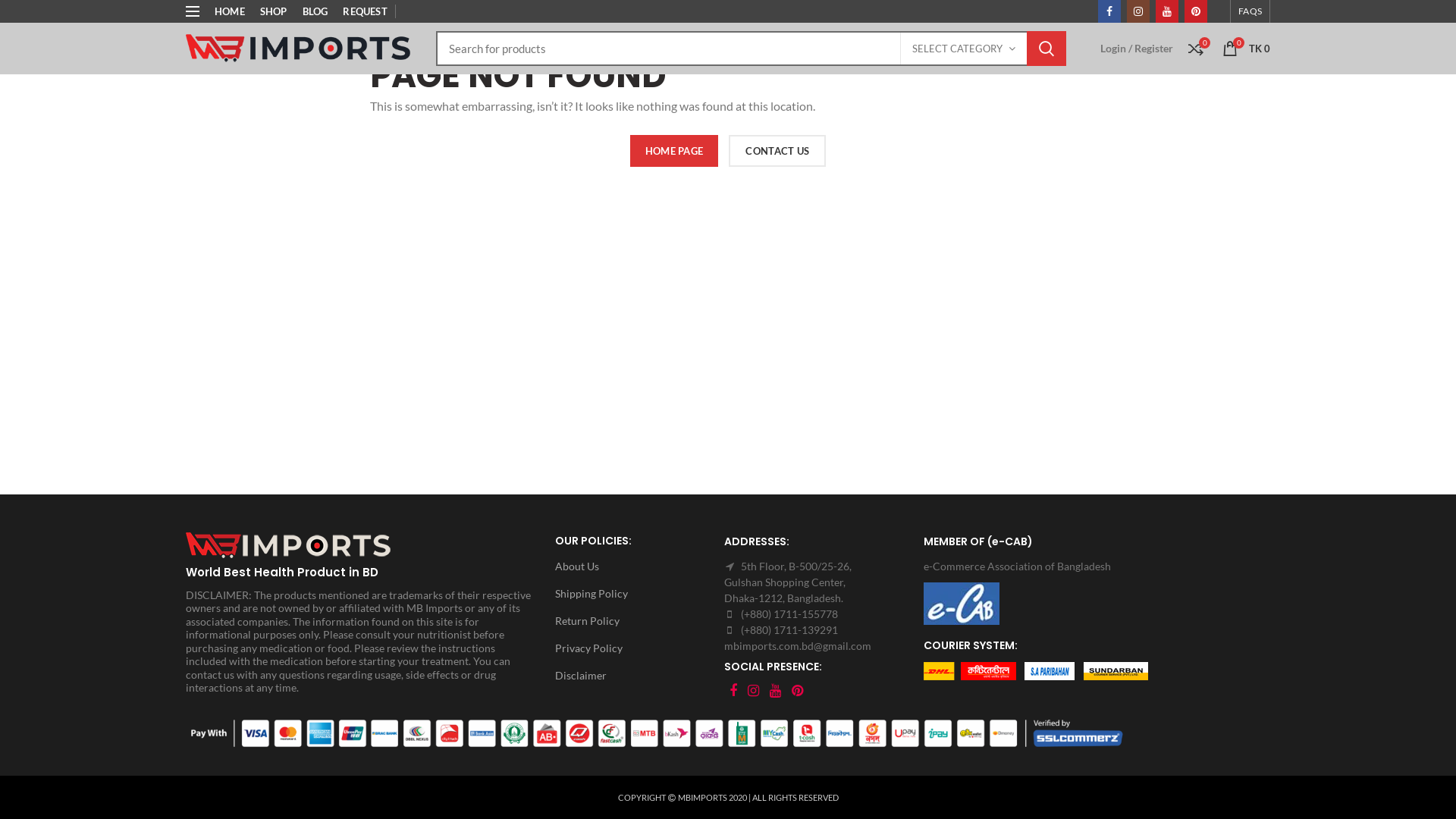  Describe the element at coordinates (775, 690) in the screenshot. I see `'YouTube'` at that location.